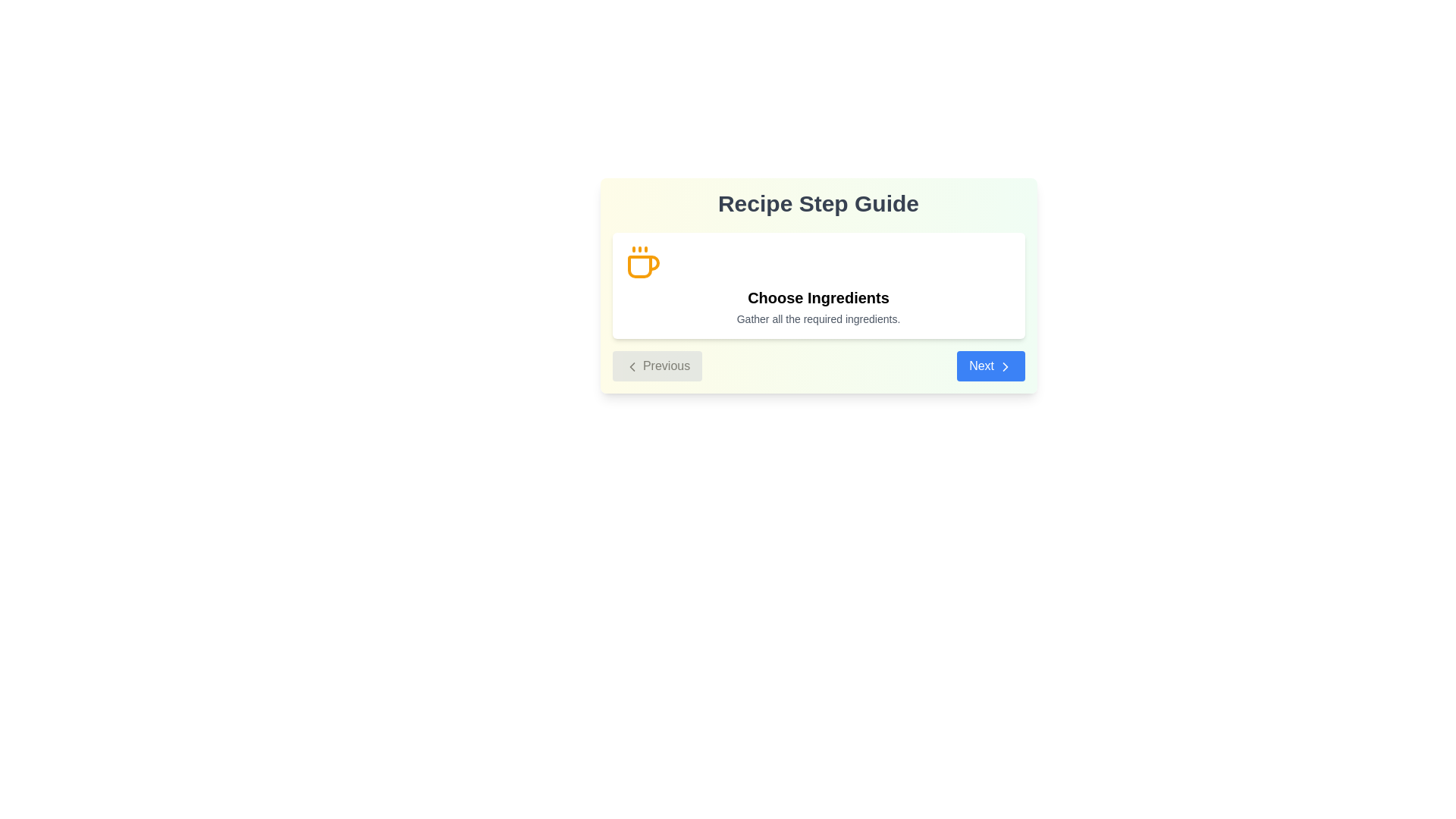 The image size is (1456, 819). Describe the element at coordinates (632, 366) in the screenshot. I see `the left-oriented chevron icon of the 'Previous' button, which serves as a visual cue for backward navigation` at that location.